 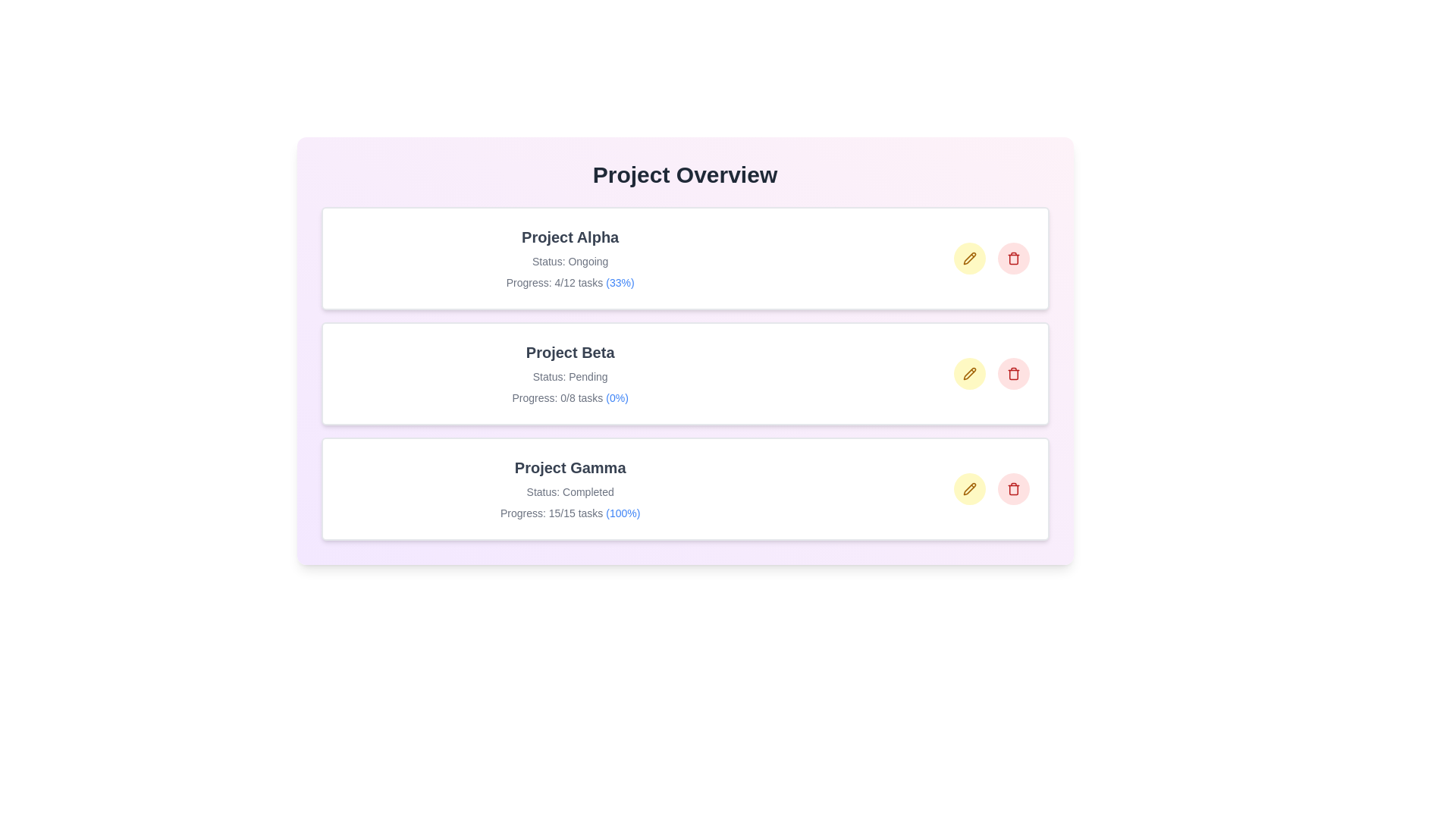 I want to click on trash icon to delete the project Project Beta, so click(x=1013, y=374).